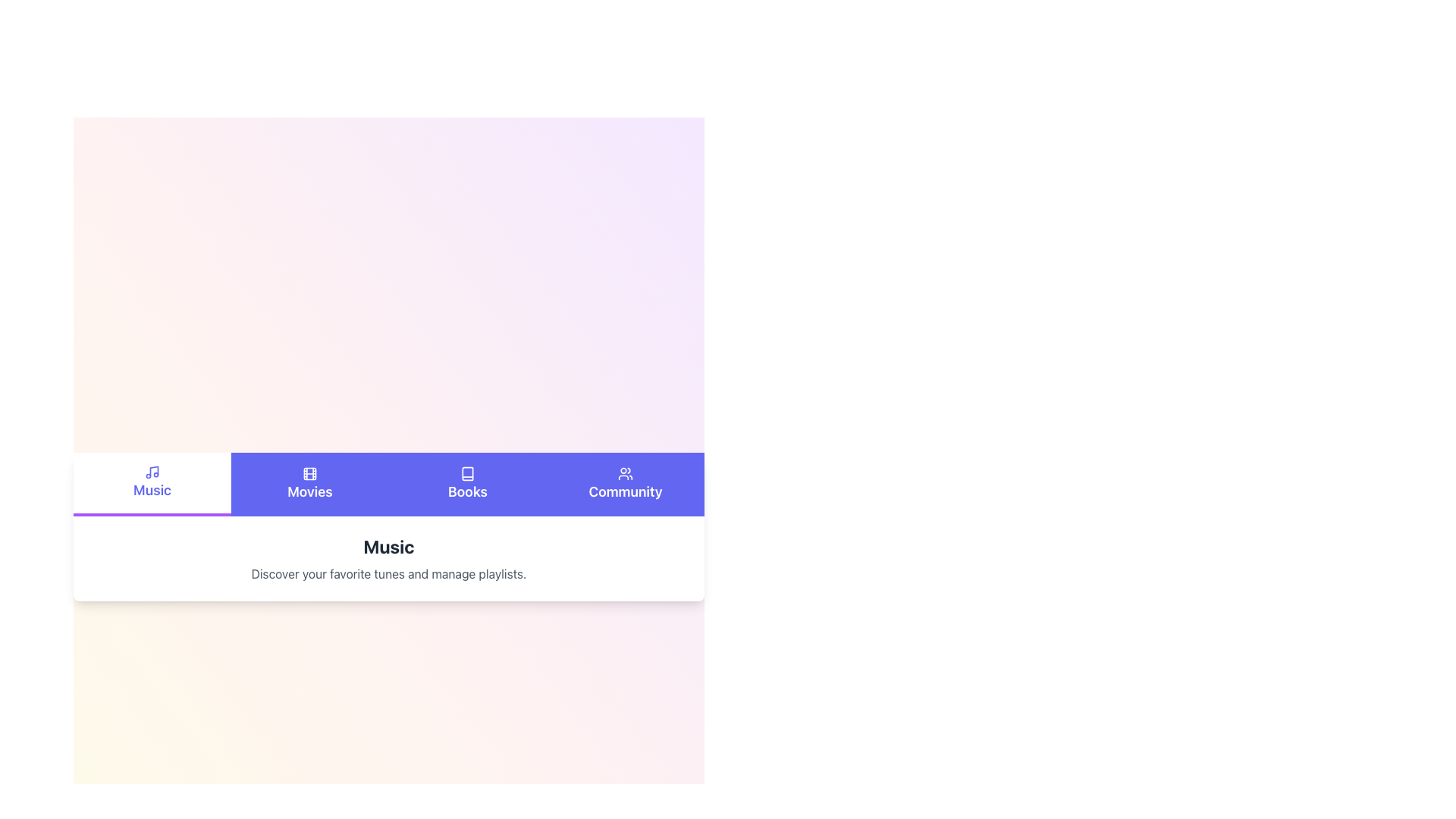  I want to click on the 'Music' text label within the navigation menu, so click(152, 491).